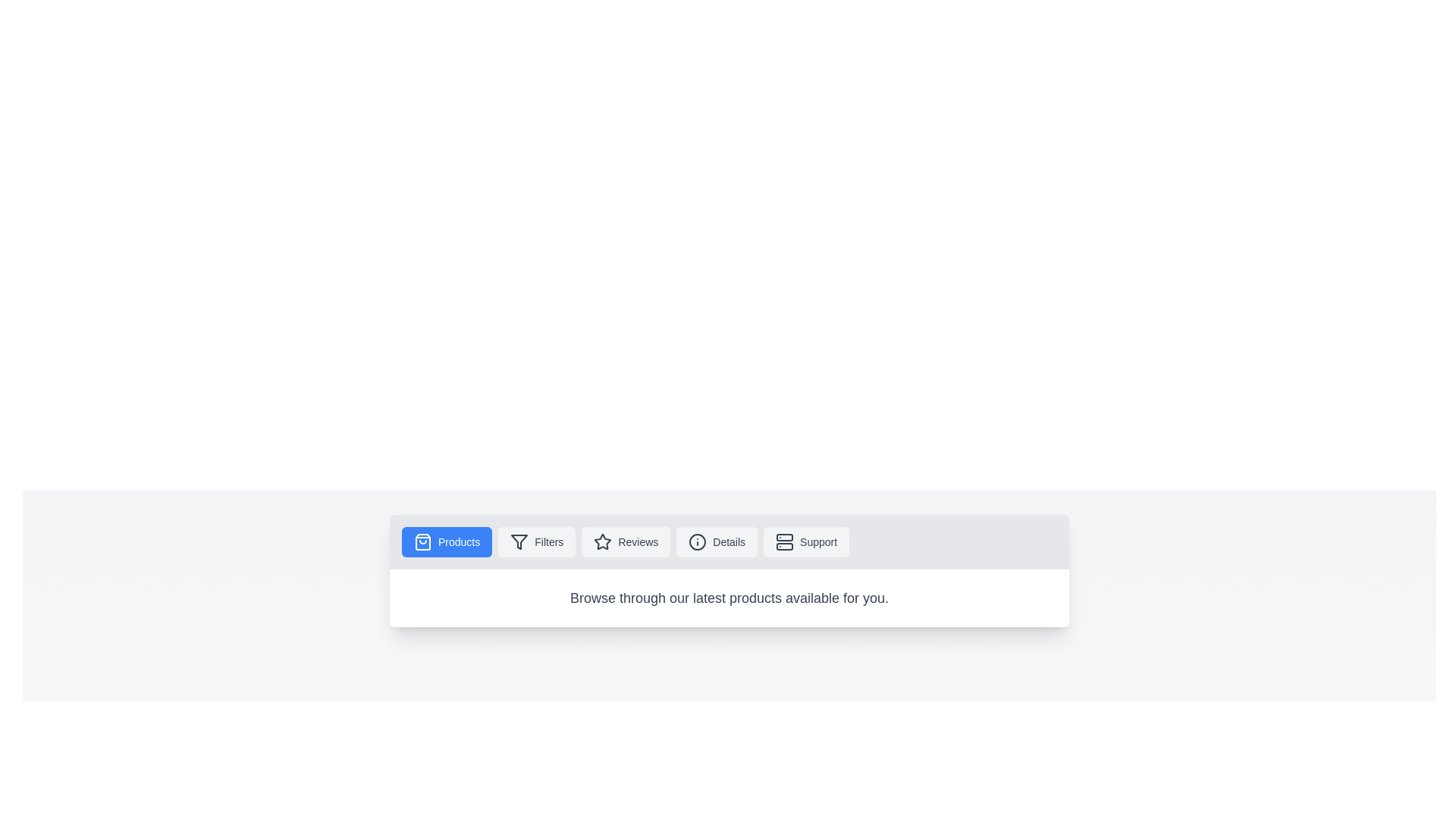 This screenshot has height=819, width=1456. I want to click on the Products tab to observe its hover effect, so click(446, 541).